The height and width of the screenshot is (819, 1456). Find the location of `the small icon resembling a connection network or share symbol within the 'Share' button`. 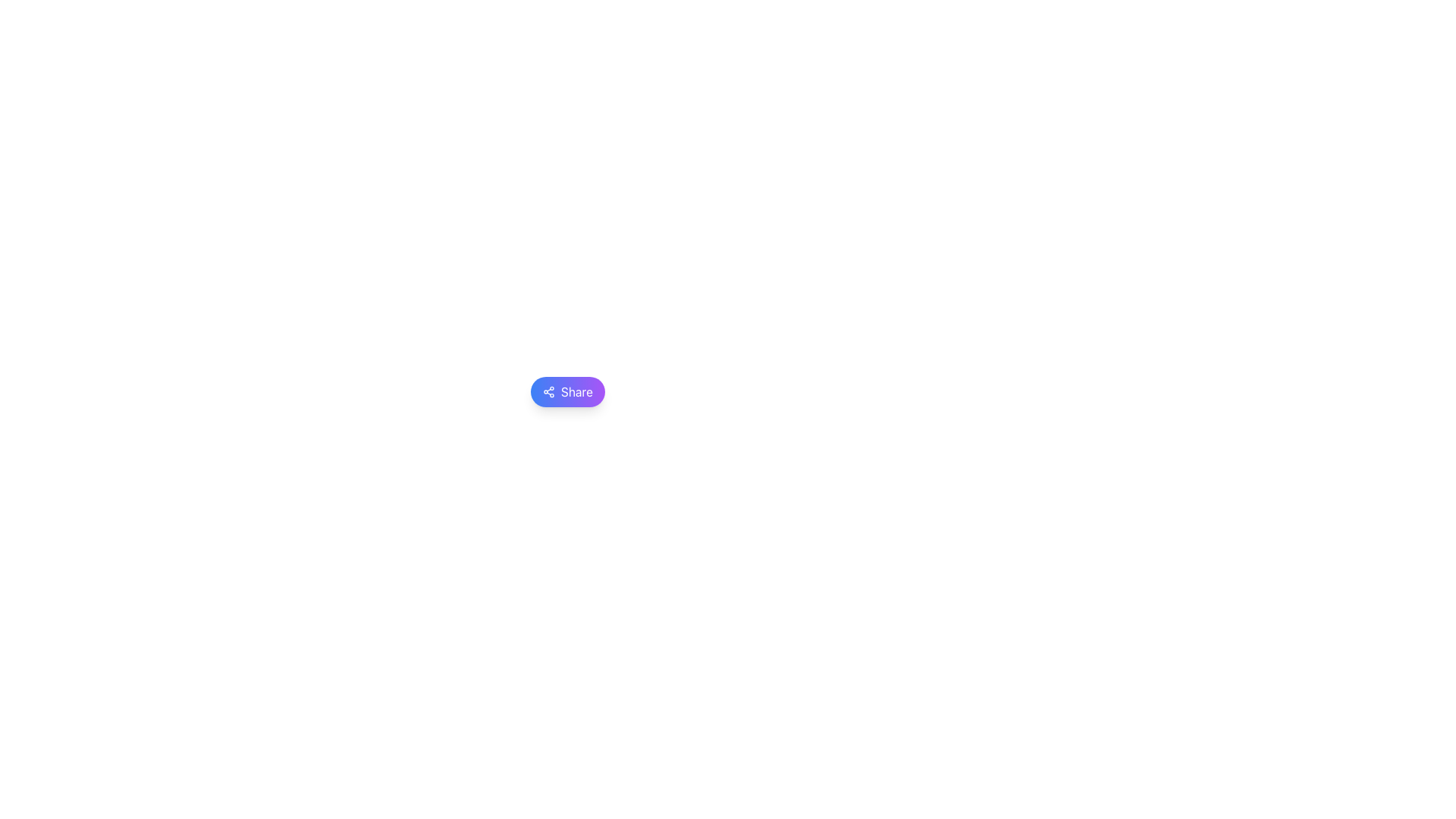

the small icon resembling a connection network or share symbol within the 'Share' button is located at coordinates (548, 391).